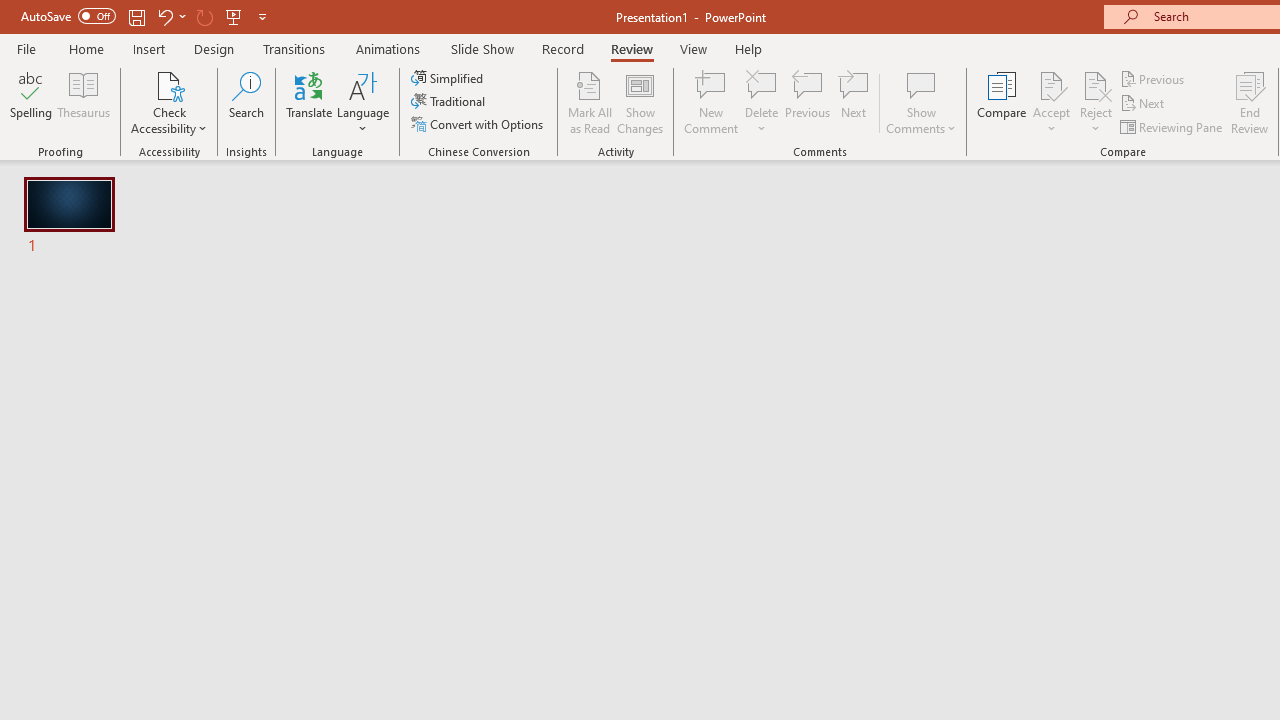 Image resolution: width=1280 pixels, height=720 pixels. What do you see at coordinates (82, 103) in the screenshot?
I see `'Thesaurus...'` at bounding box center [82, 103].